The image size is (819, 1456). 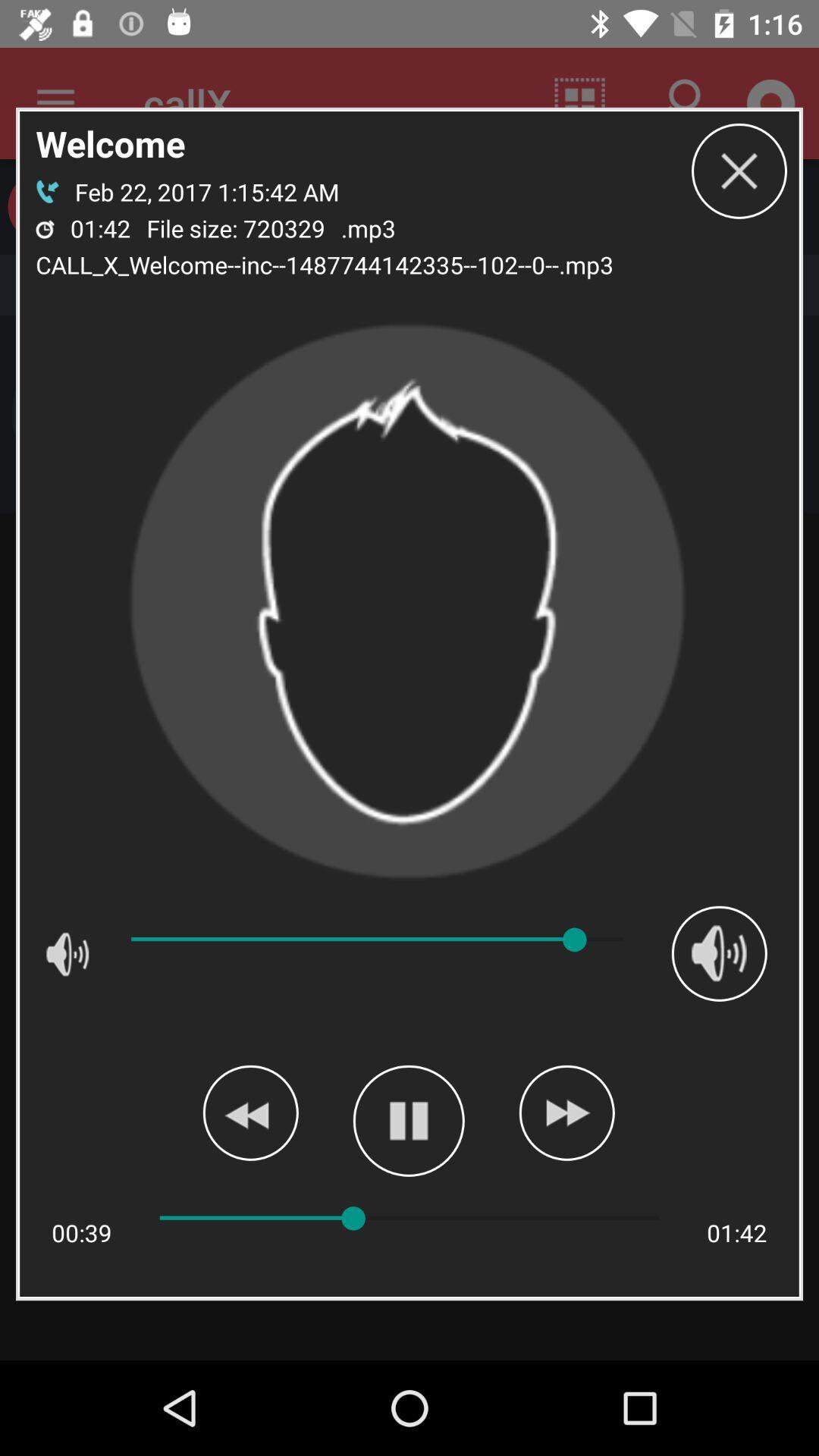 What do you see at coordinates (739, 171) in the screenshot?
I see `the icon to the right of .mp3 app` at bounding box center [739, 171].